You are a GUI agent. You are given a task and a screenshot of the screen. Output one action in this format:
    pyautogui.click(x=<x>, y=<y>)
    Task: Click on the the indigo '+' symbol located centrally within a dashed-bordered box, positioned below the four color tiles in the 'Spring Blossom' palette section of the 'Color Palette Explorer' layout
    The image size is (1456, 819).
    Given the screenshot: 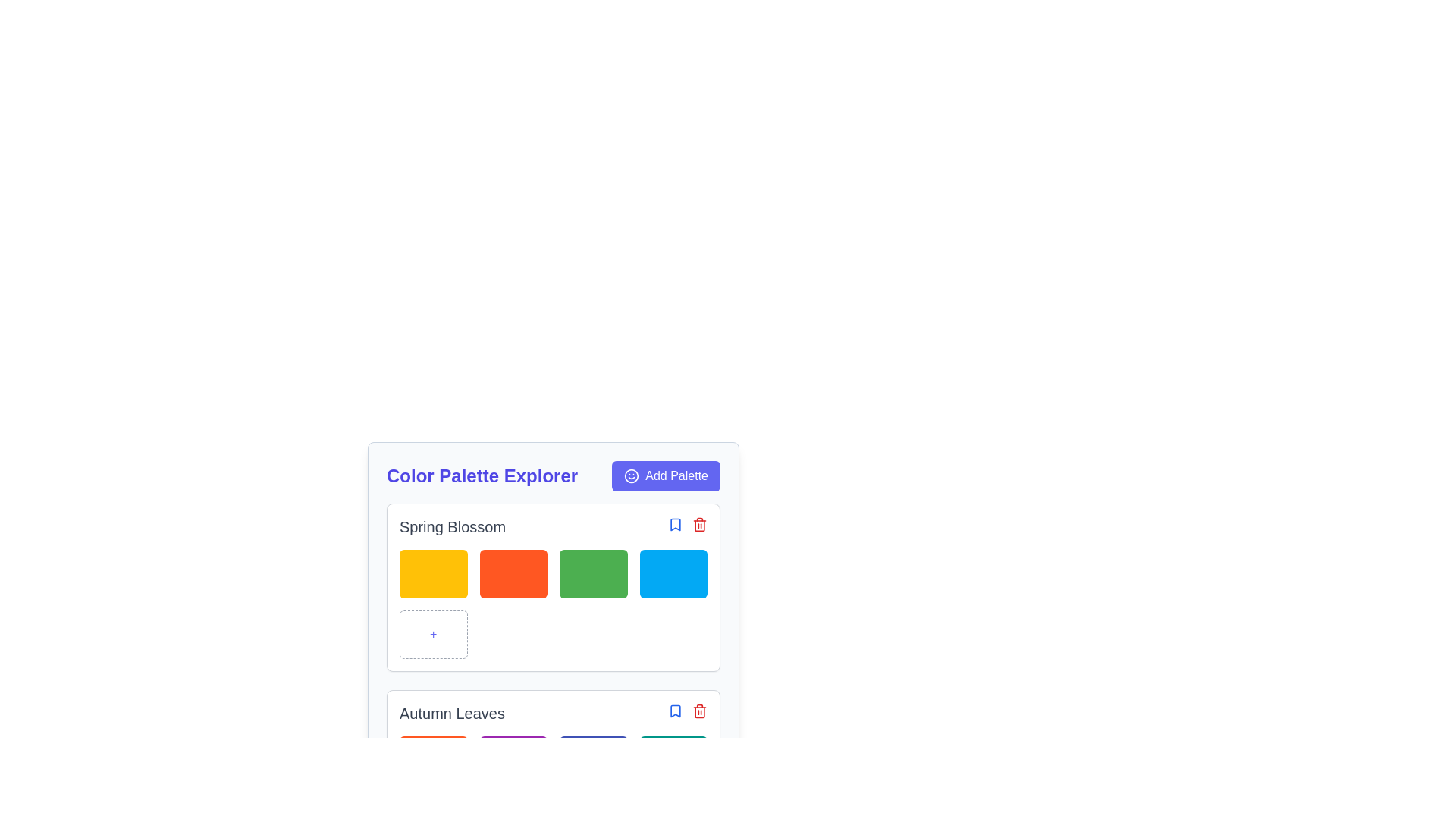 What is the action you would take?
    pyautogui.click(x=432, y=635)
    